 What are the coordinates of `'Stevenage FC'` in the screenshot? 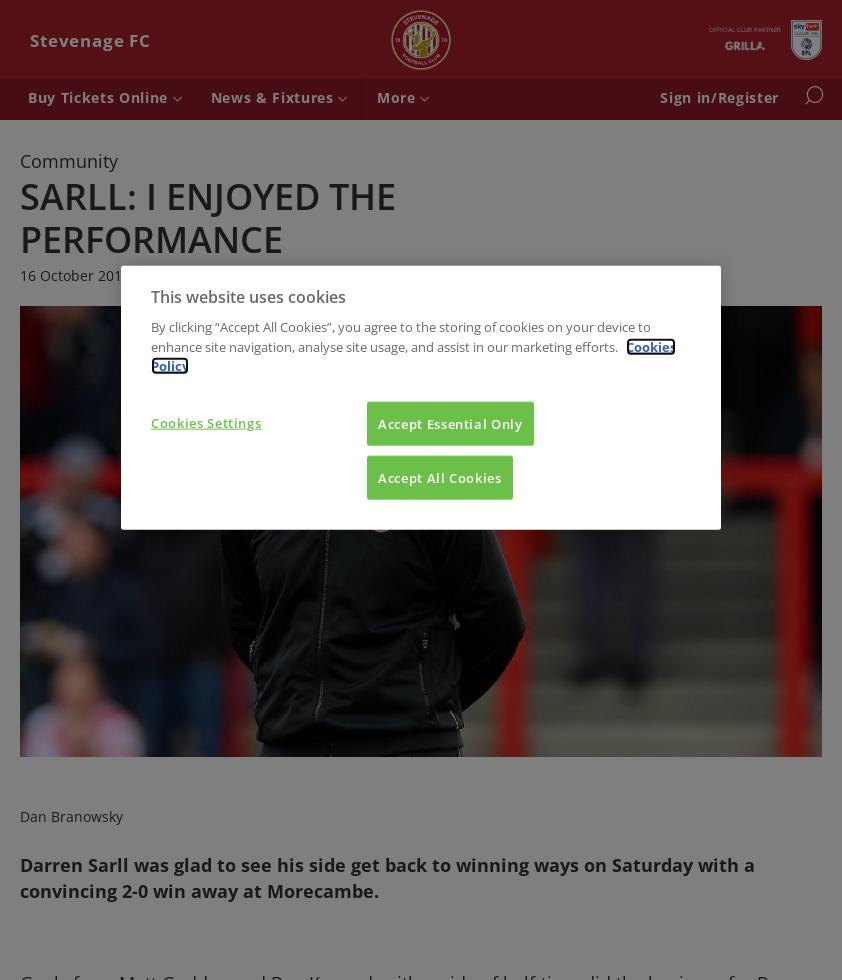 It's located at (89, 39).